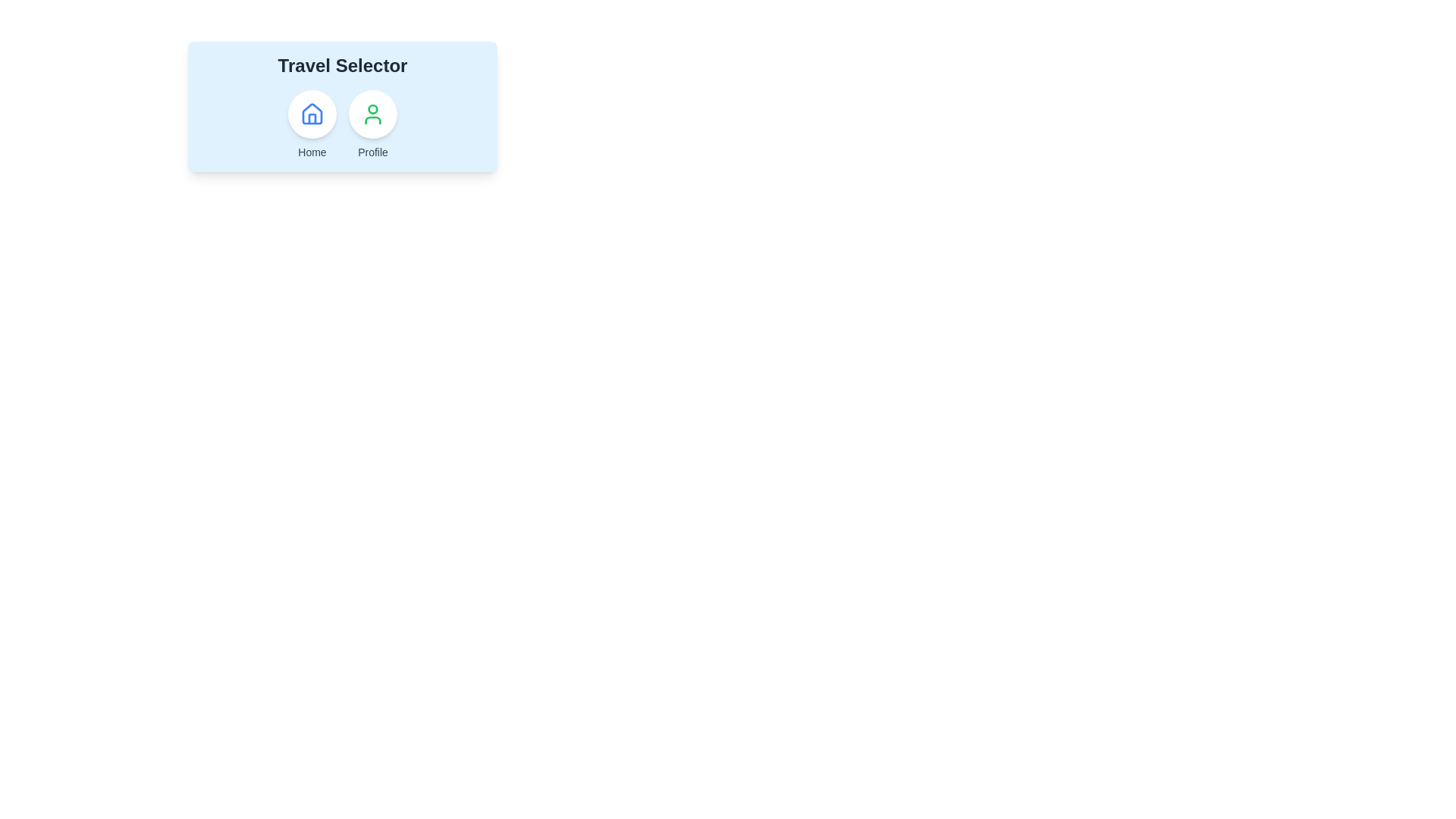  What do you see at coordinates (312, 152) in the screenshot?
I see `the descriptive text label located beneath the house icon in the 'Travel Selector' panel to invoke its associated action` at bounding box center [312, 152].